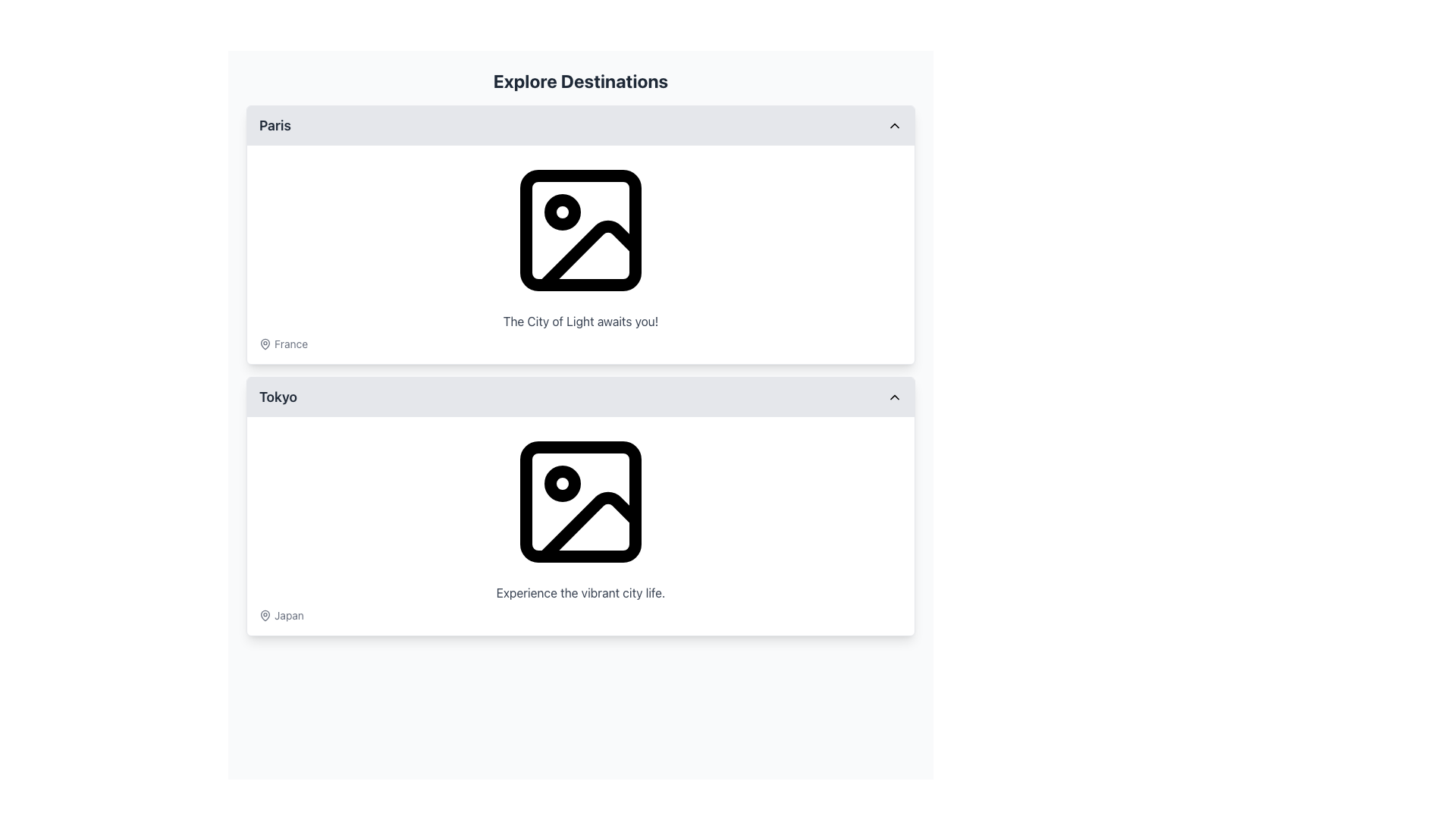 The width and height of the screenshot is (1456, 819). Describe the element at coordinates (588, 254) in the screenshot. I see `the mountain-shaped icon in the 'Paris' section, located centrally below the 'Explore Destinations' title` at that location.